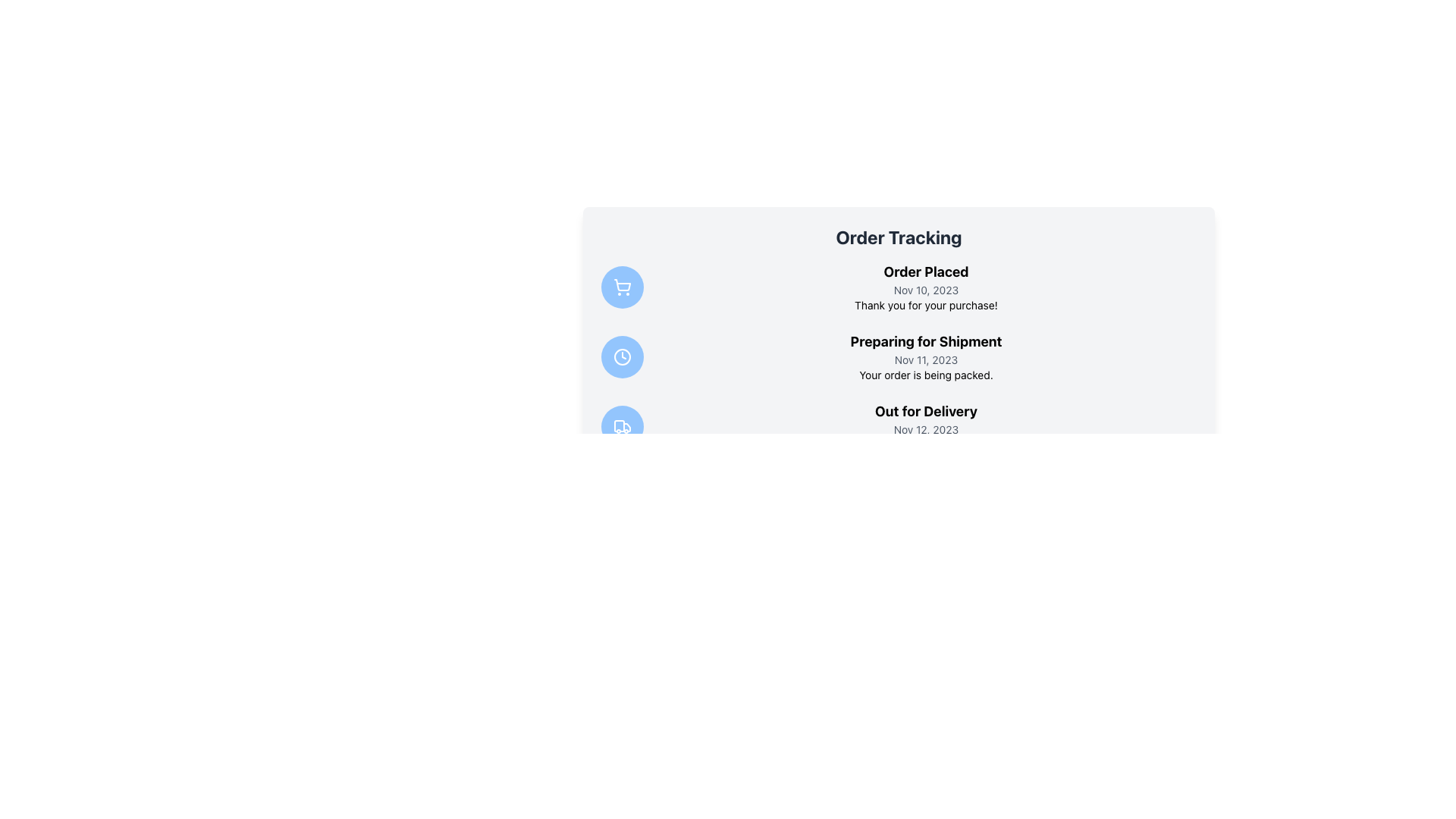  What do you see at coordinates (925, 375) in the screenshot?
I see `the text label that says 'Your order is being packed.' positioned below the 'Preparing for Shipment' label in the 'Order Tracking' section` at bounding box center [925, 375].